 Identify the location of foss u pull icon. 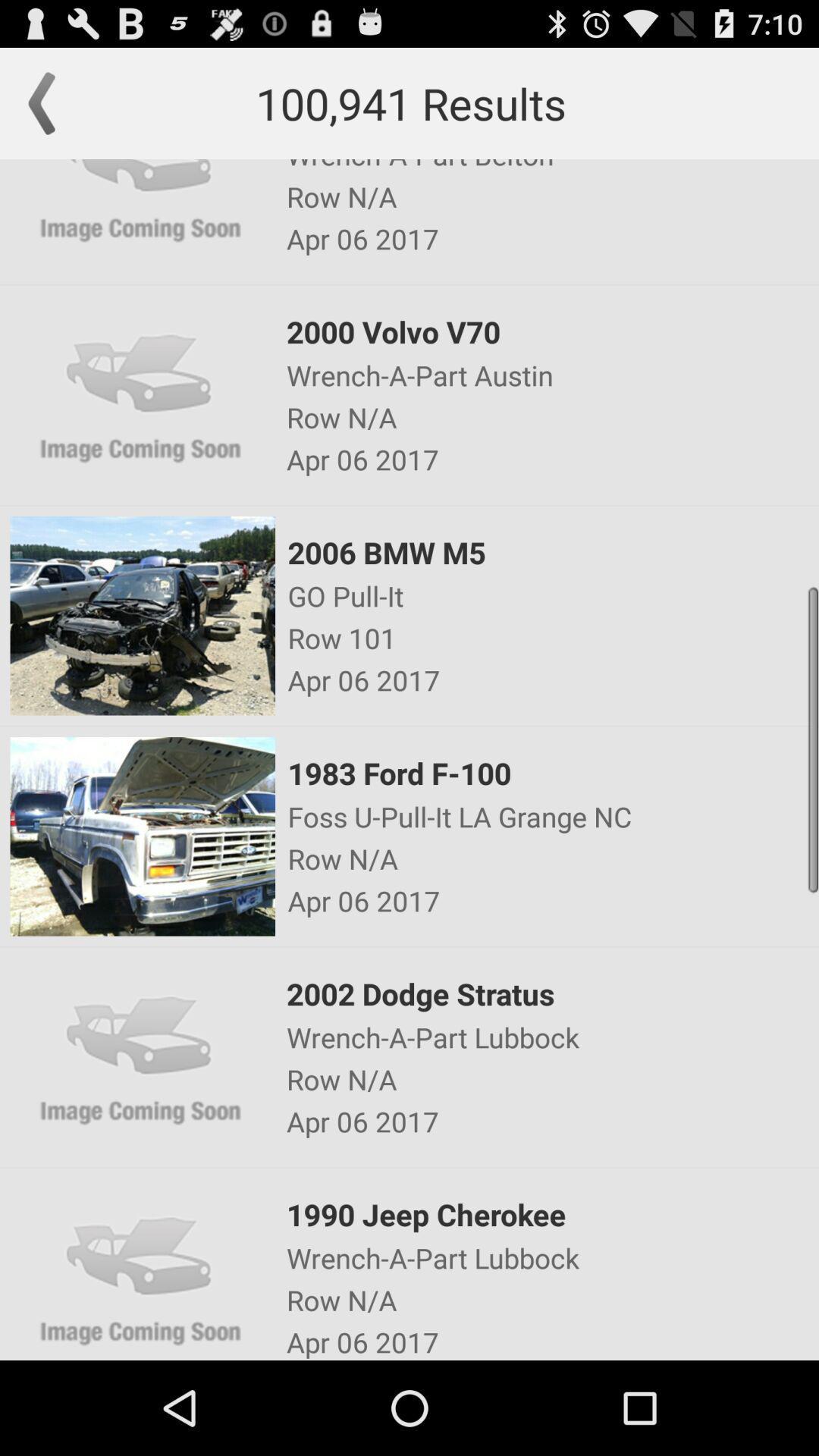
(552, 815).